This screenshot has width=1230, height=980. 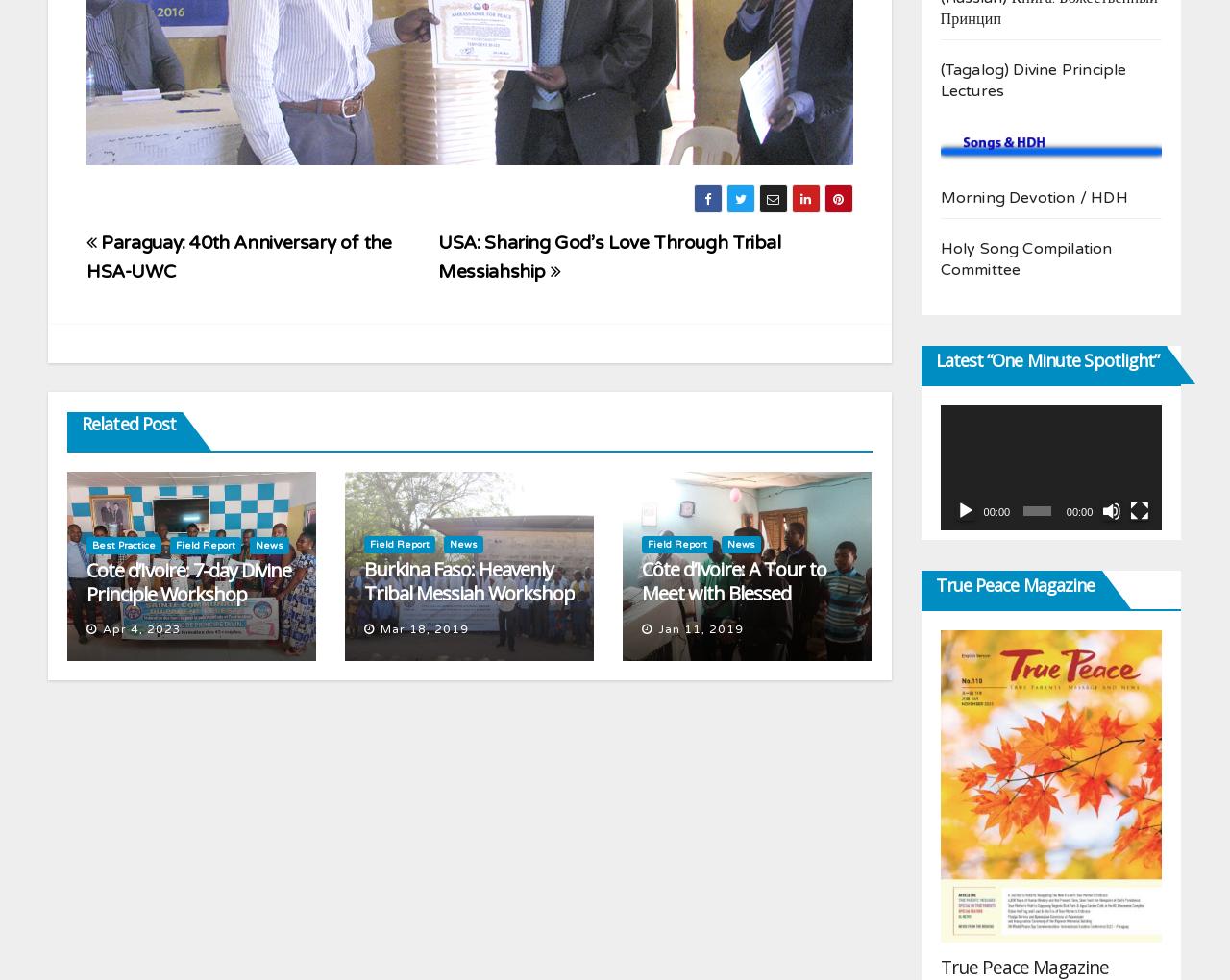 What do you see at coordinates (437, 255) in the screenshot?
I see `'USA: Sharing God’s Love Through Tribal Messiahship'` at bounding box center [437, 255].